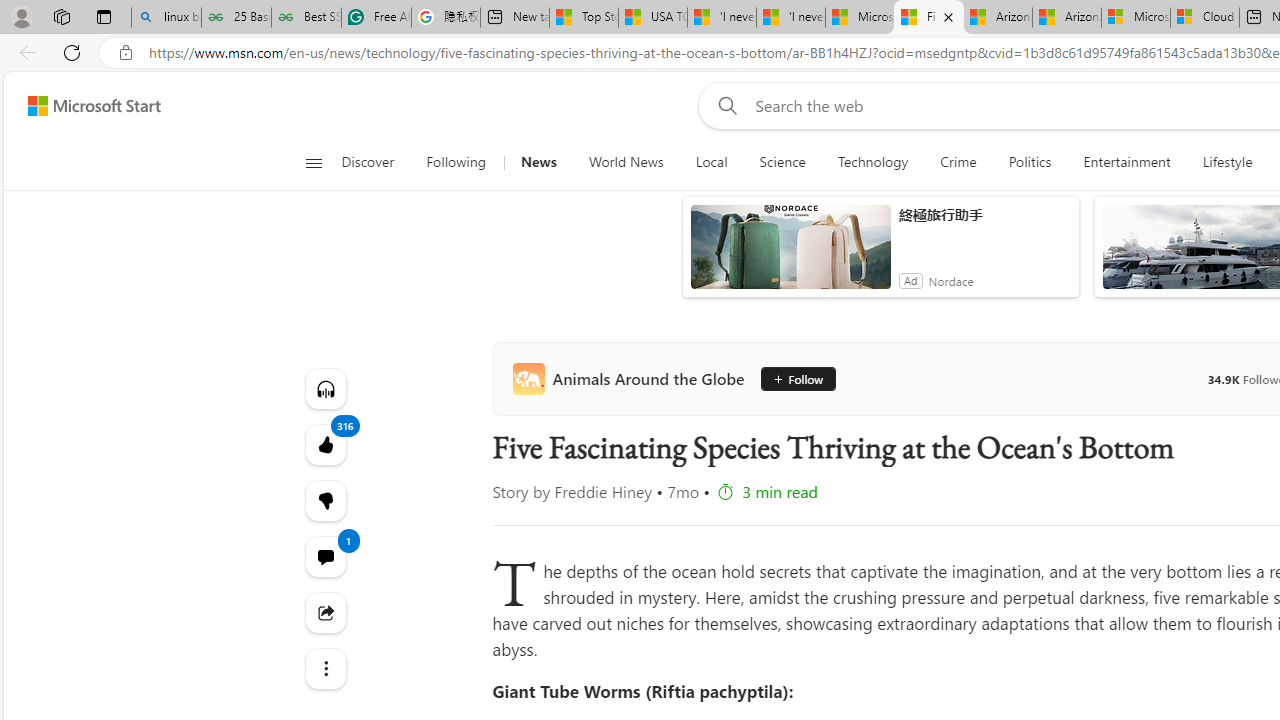  I want to click on 'Best SSL Certificates Provider in India - GeeksforGeeks', so click(304, 17).